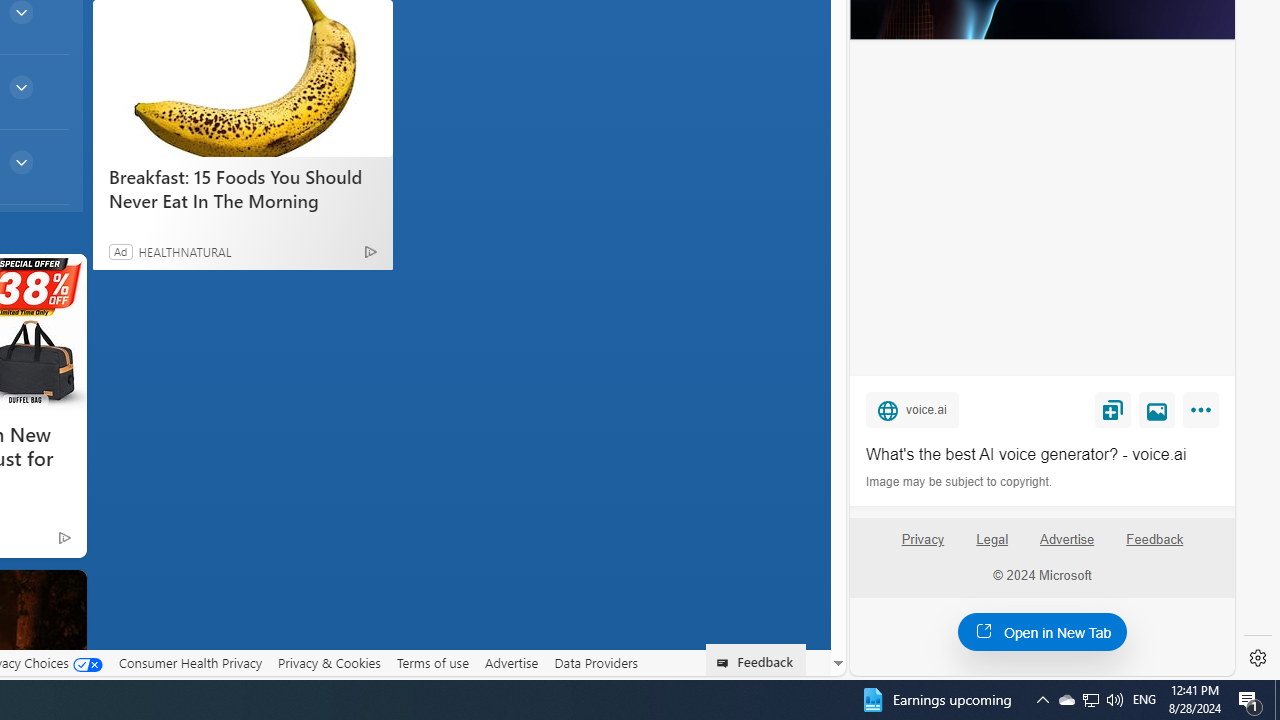 The width and height of the screenshot is (1280, 720). Describe the element at coordinates (1157, 408) in the screenshot. I see `'View image'` at that location.